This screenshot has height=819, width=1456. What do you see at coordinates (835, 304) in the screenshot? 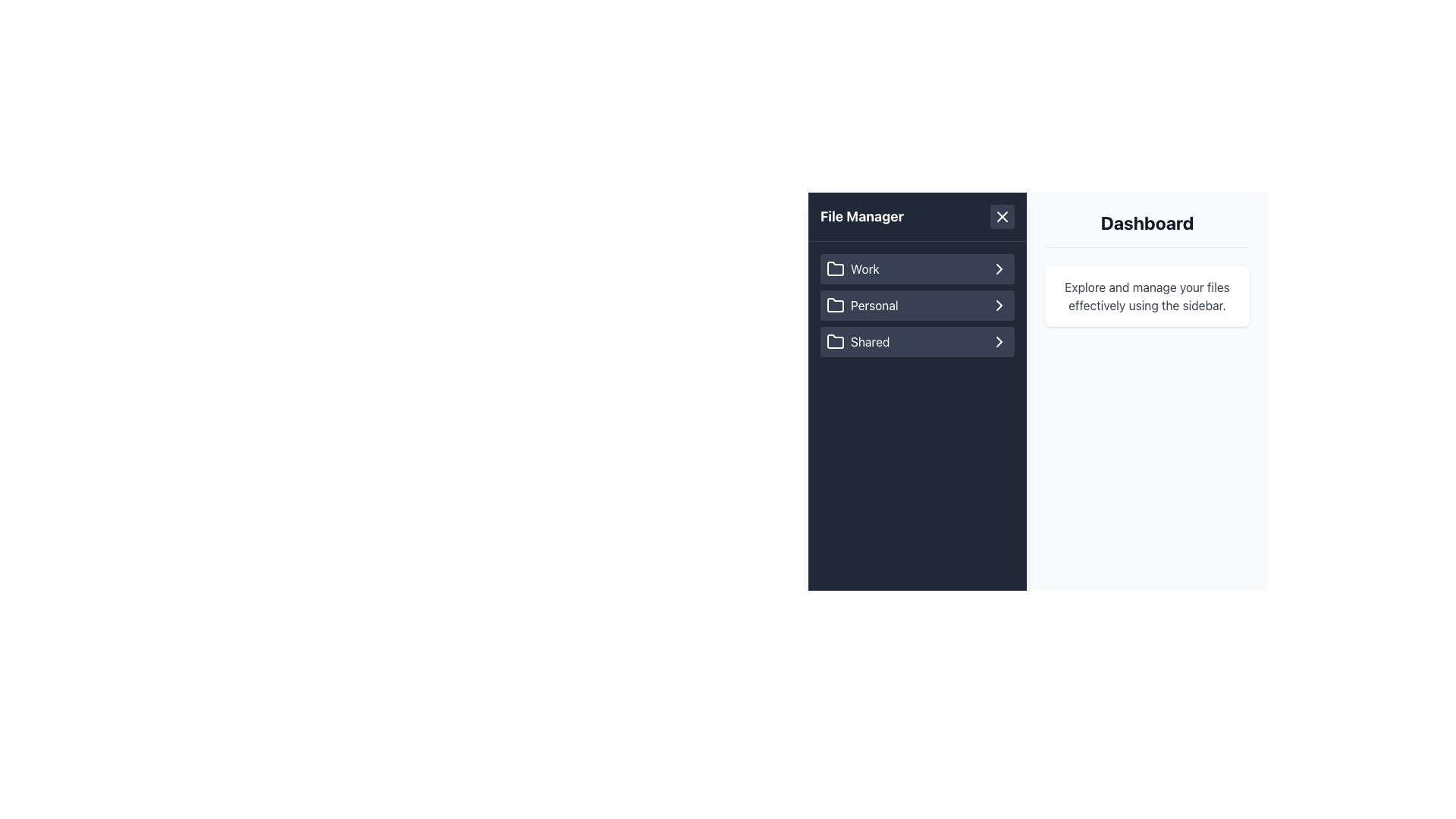
I see `the second folder icon in the 'File Manager' section that represents the 'Personal' category` at bounding box center [835, 304].